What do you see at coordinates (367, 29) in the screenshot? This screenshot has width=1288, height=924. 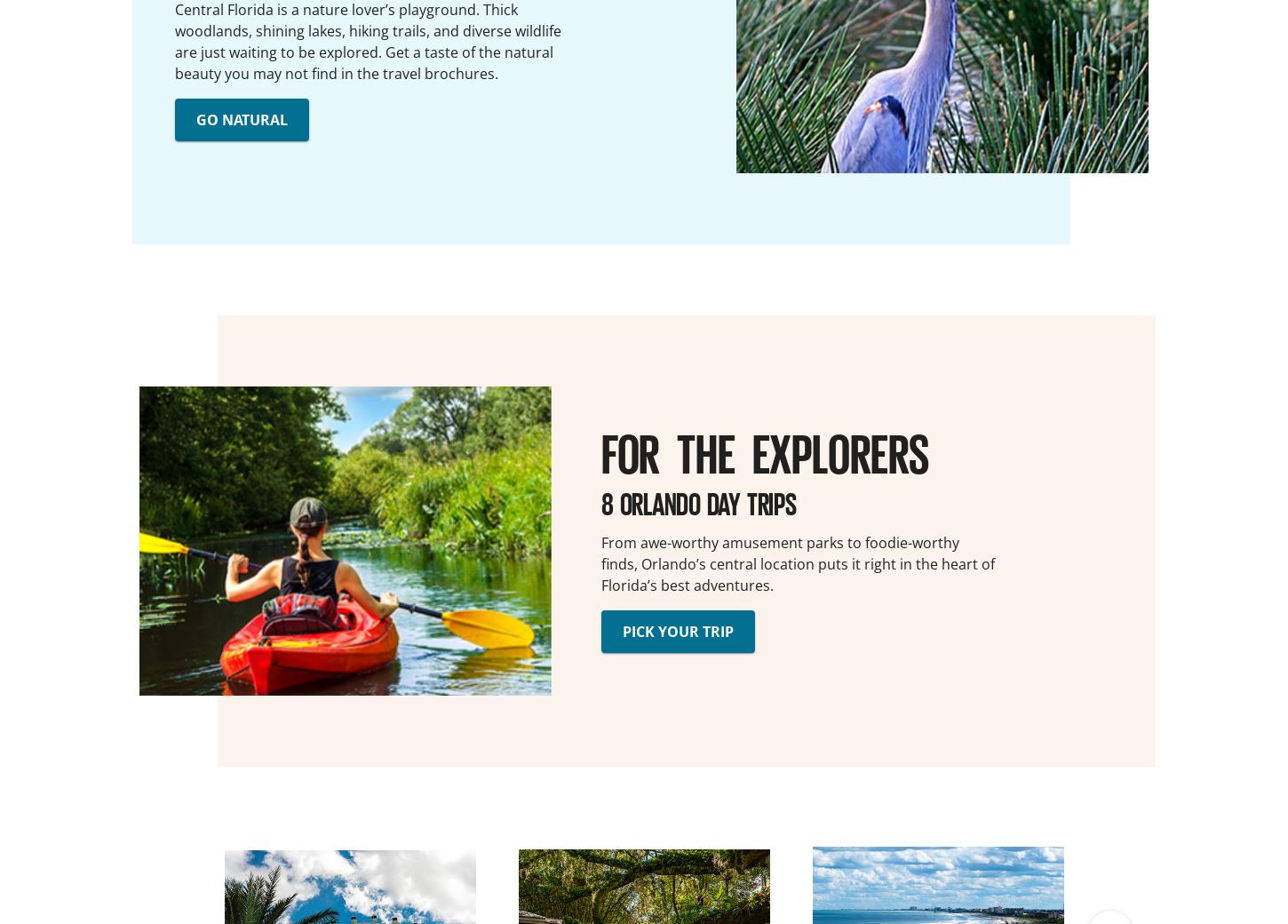 I see `'woodlands, shining lakes, hiking trails, and diverse wildlife'` at bounding box center [367, 29].